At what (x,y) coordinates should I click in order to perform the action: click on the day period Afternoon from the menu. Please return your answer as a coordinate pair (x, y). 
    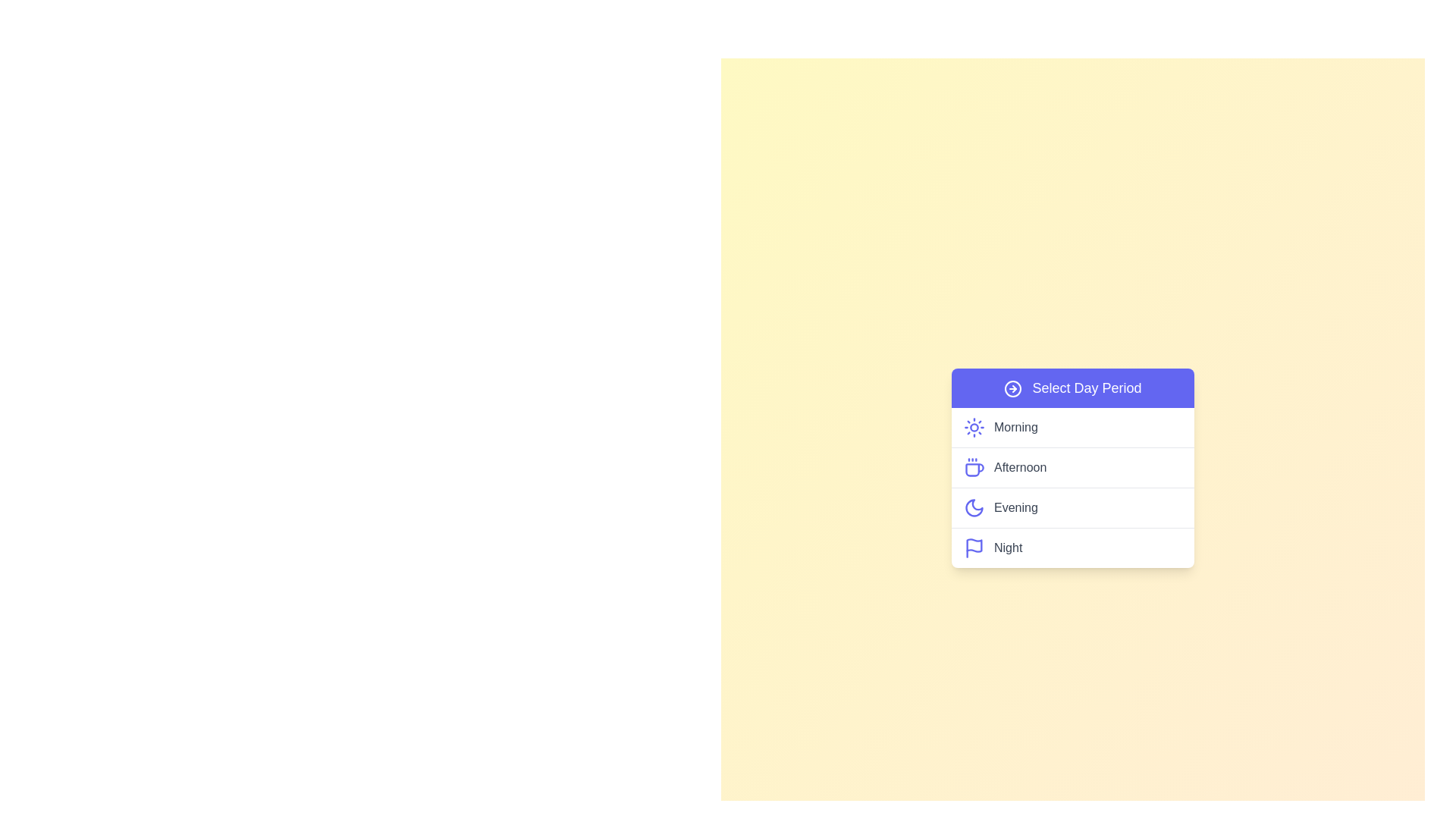
    Looking at the image, I should click on (1072, 466).